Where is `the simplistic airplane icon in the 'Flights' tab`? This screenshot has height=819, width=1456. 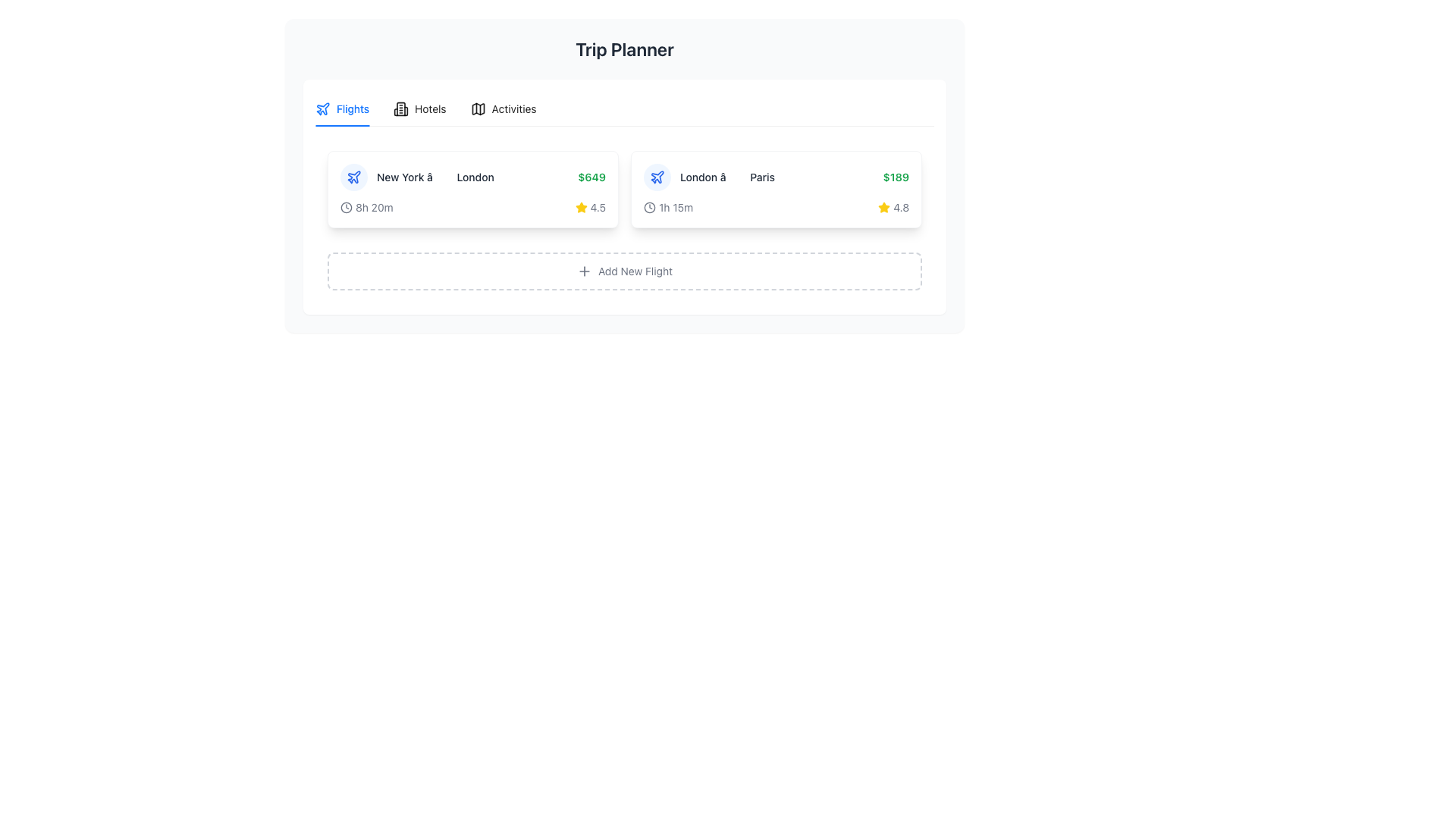
the simplistic airplane icon in the 'Flights' tab is located at coordinates (657, 176).